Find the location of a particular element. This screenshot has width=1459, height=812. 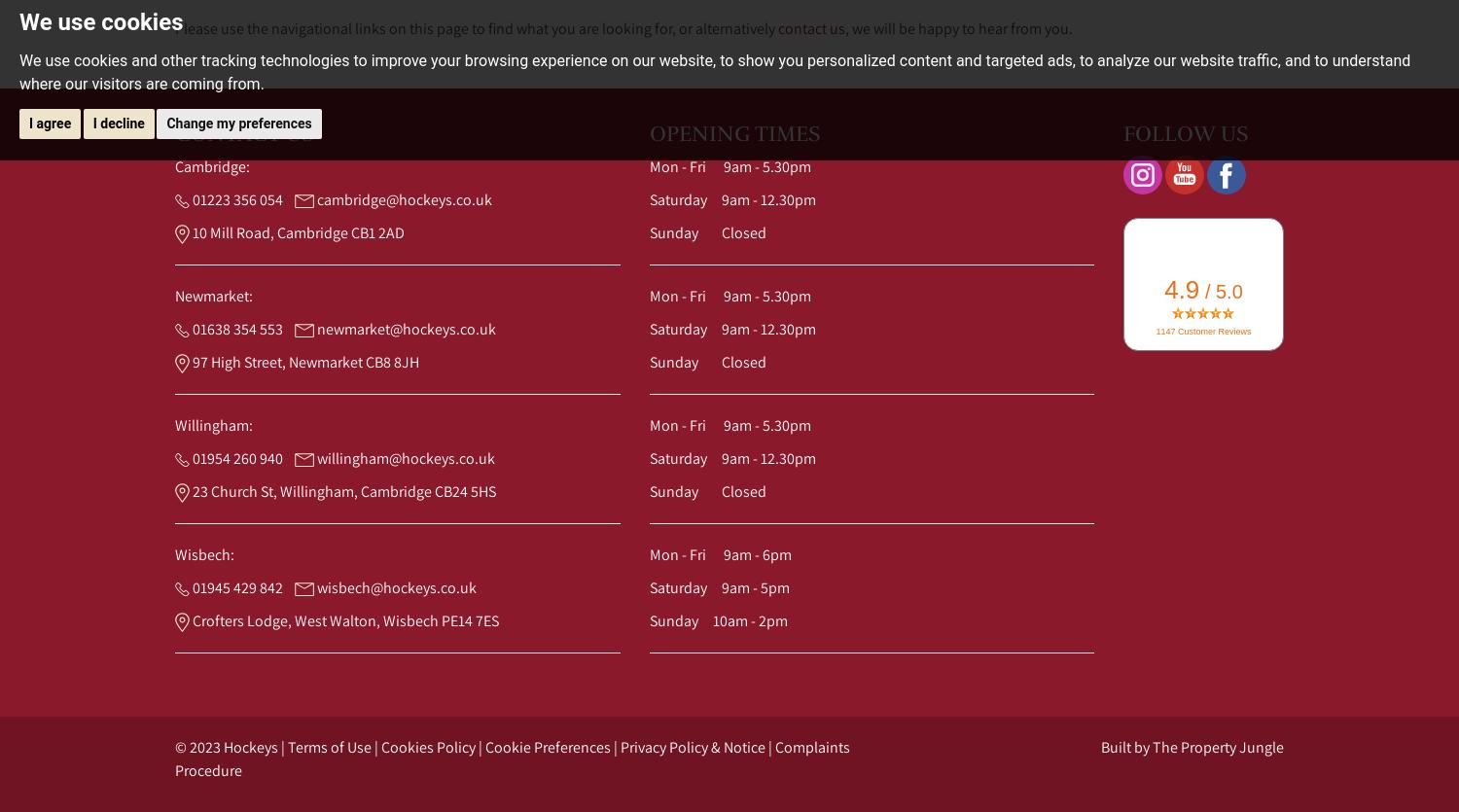

'contact us' is located at coordinates (810, 28).